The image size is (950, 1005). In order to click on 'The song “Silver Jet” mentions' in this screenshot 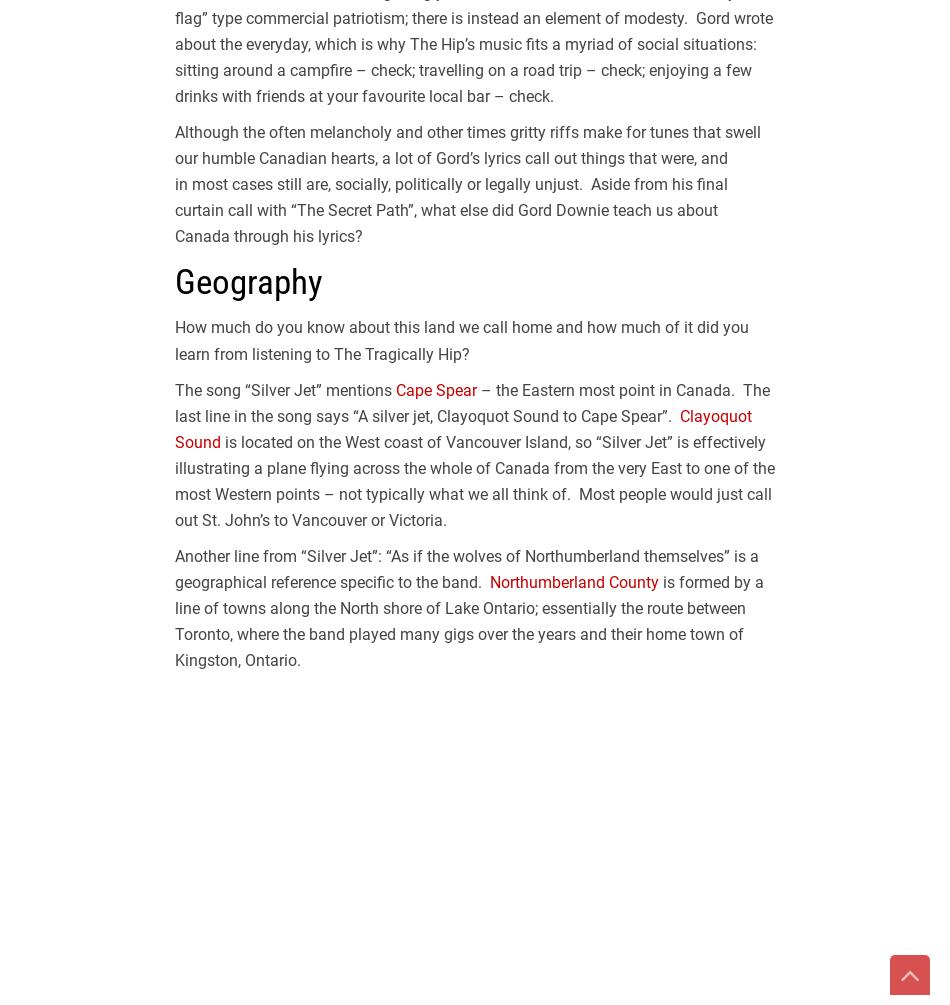, I will do `click(174, 389)`.